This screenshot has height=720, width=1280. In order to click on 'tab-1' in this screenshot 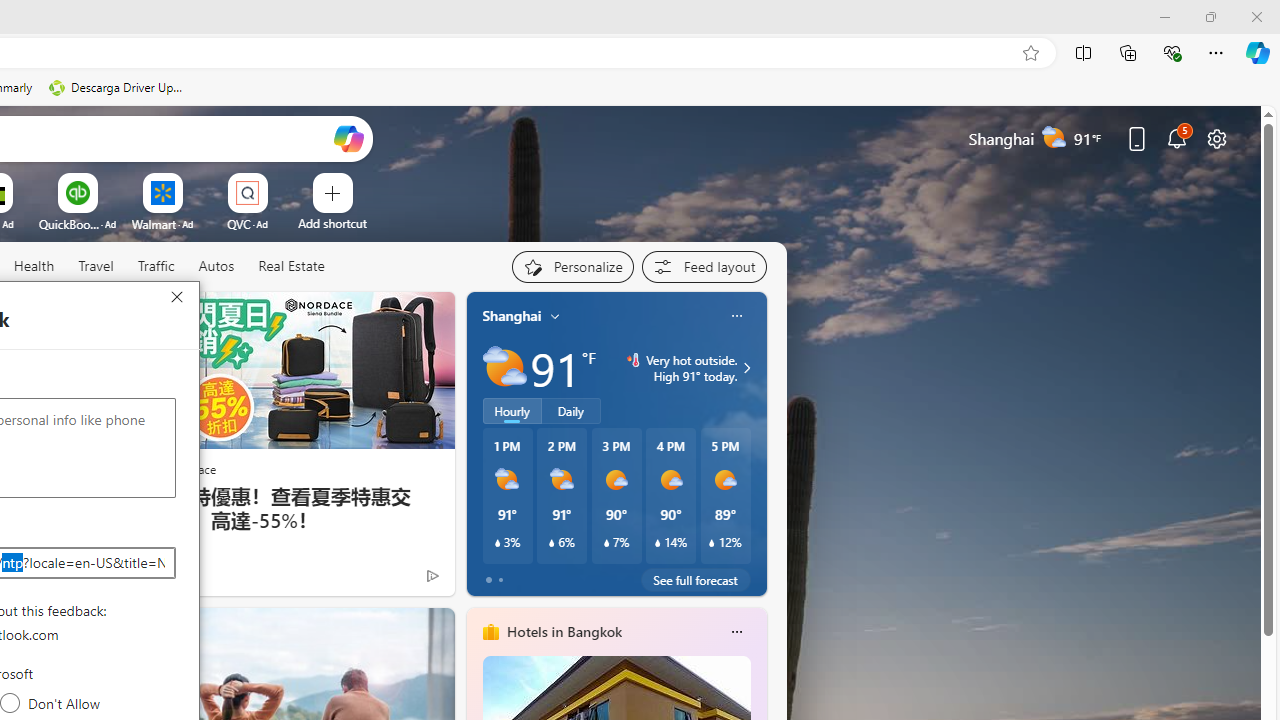, I will do `click(500, 579)`.